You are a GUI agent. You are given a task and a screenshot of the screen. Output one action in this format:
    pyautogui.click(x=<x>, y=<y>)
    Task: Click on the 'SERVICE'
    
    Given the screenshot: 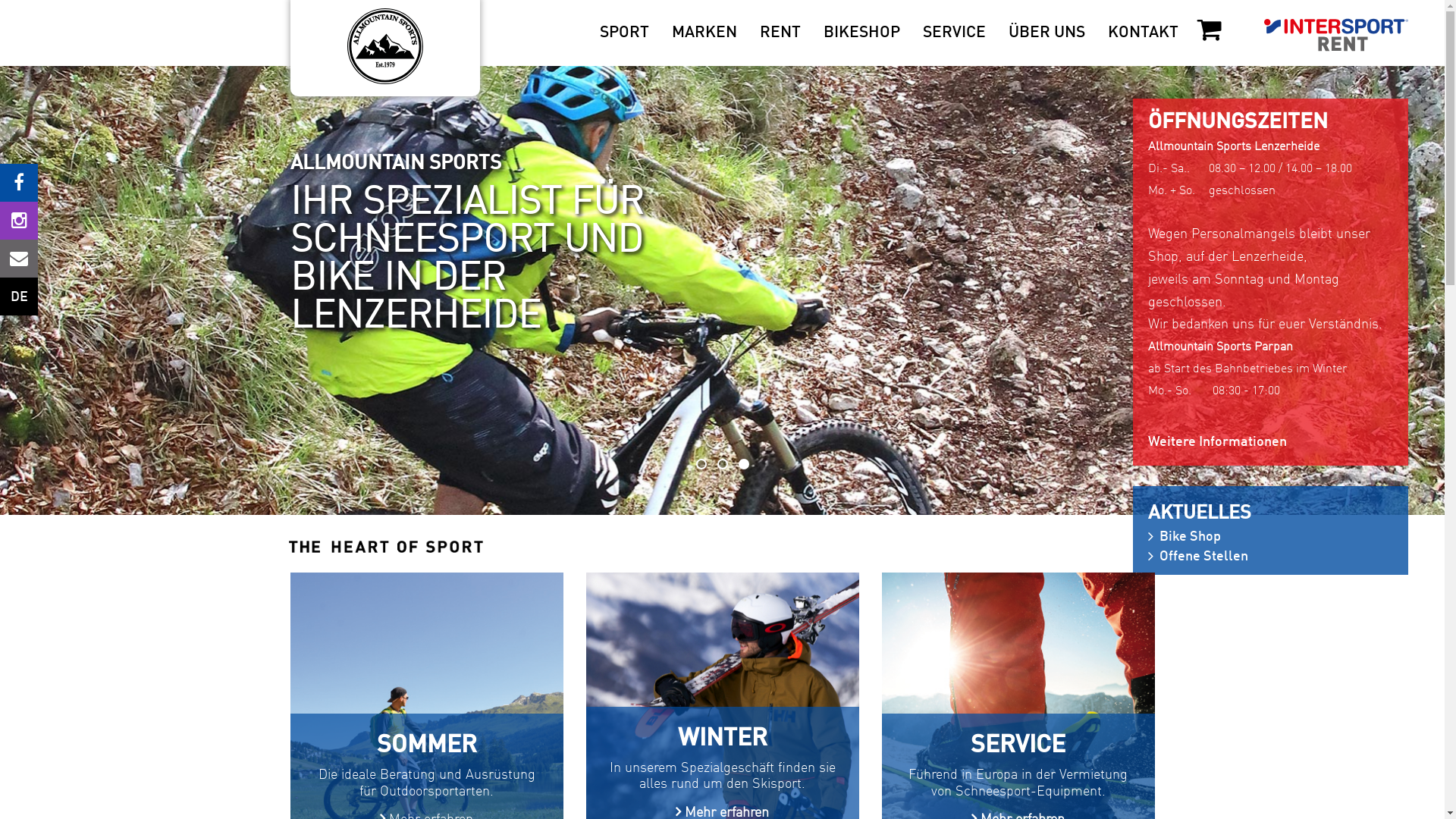 What is the action you would take?
    pyautogui.click(x=953, y=33)
    